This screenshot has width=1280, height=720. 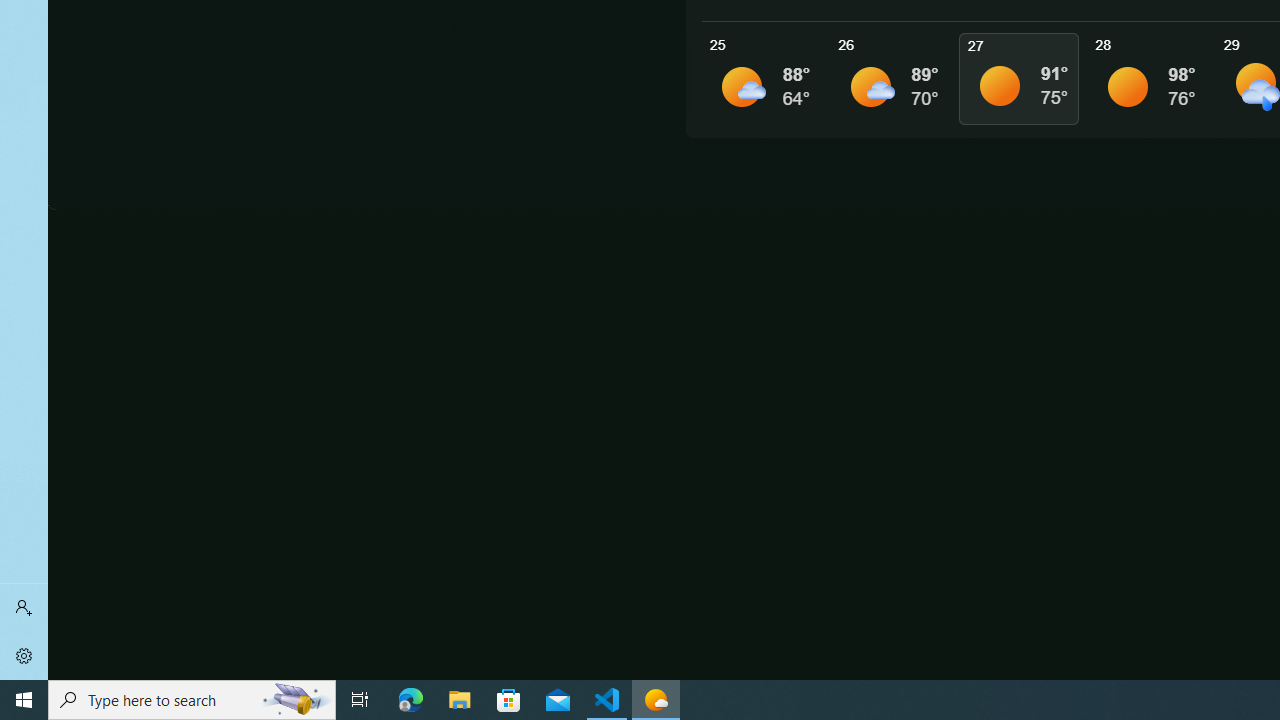 I want to click on 'Sign in', so click(x=24, y=607).